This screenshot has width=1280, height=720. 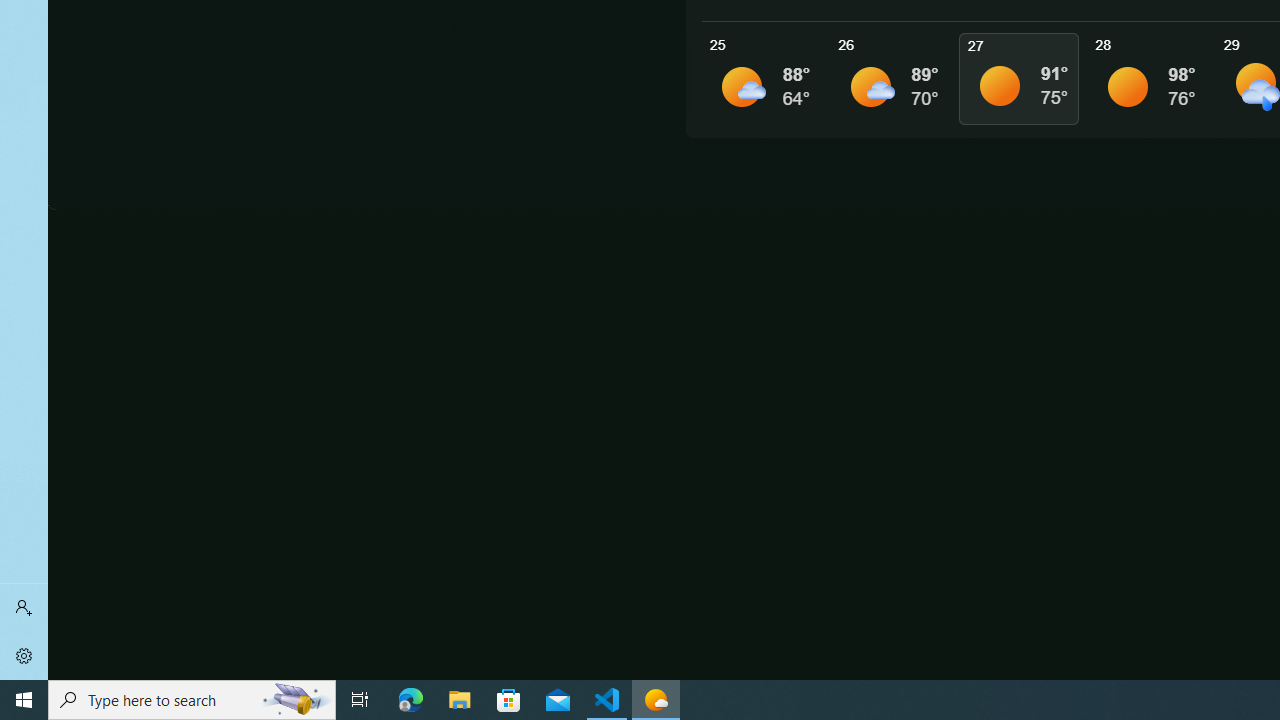 I want to click on 'Sign in', so click(x=24, y=607).